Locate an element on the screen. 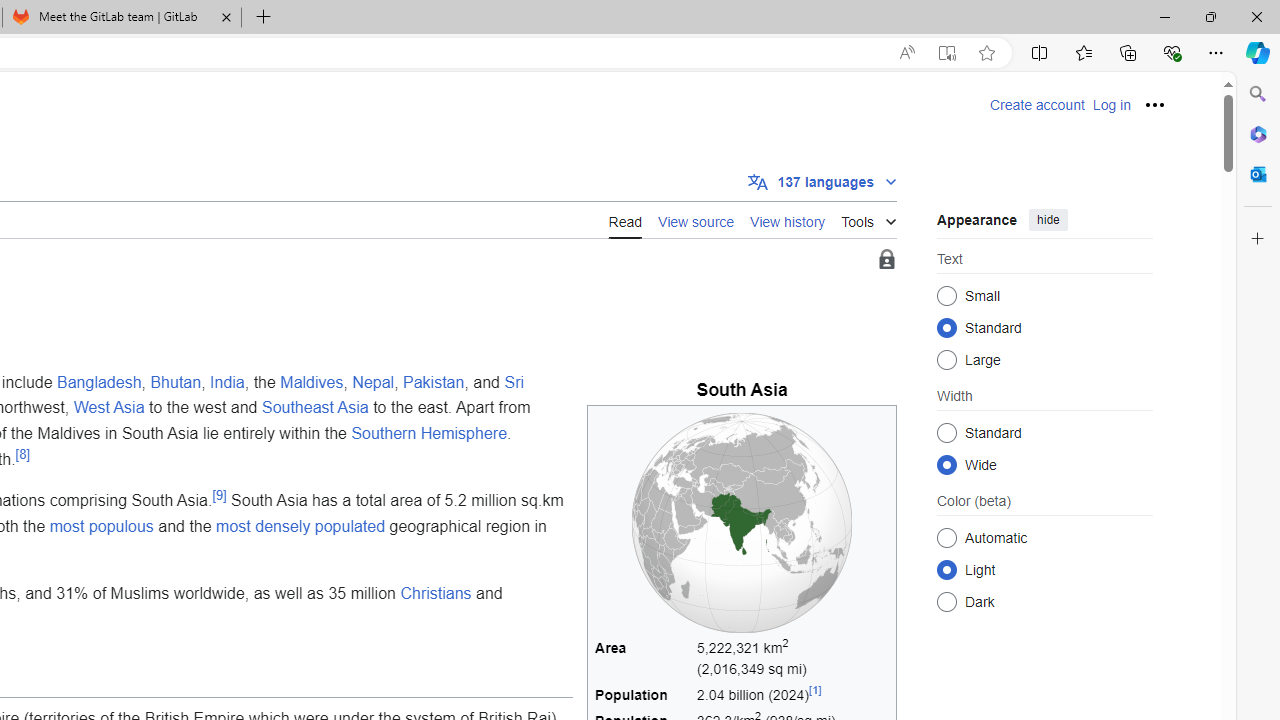  '2.04 billion (2024)[1]' is located at coordinates (792, 694).